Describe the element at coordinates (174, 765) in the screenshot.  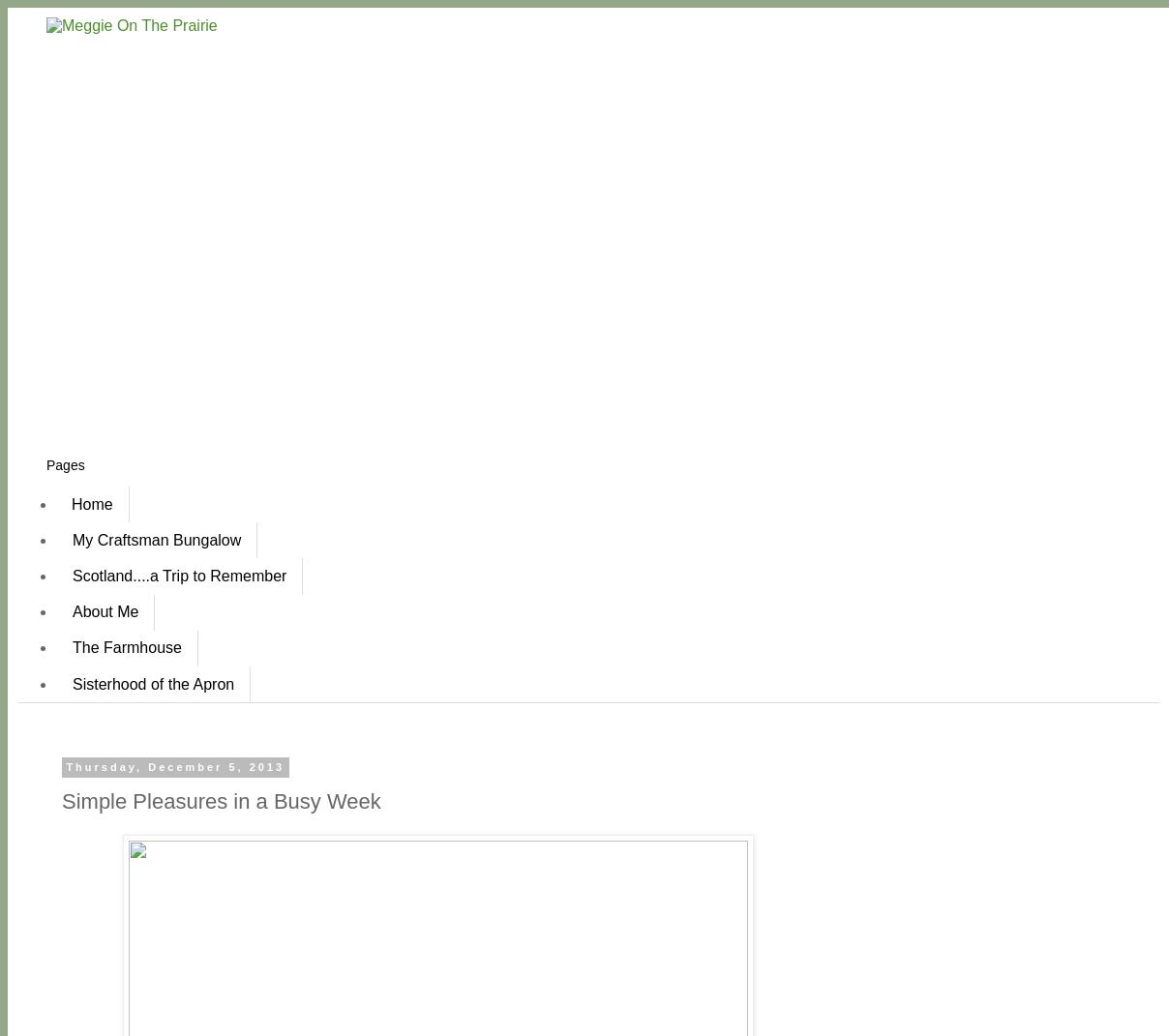
I see `'Thursday, December 5, 2013'` at that location.